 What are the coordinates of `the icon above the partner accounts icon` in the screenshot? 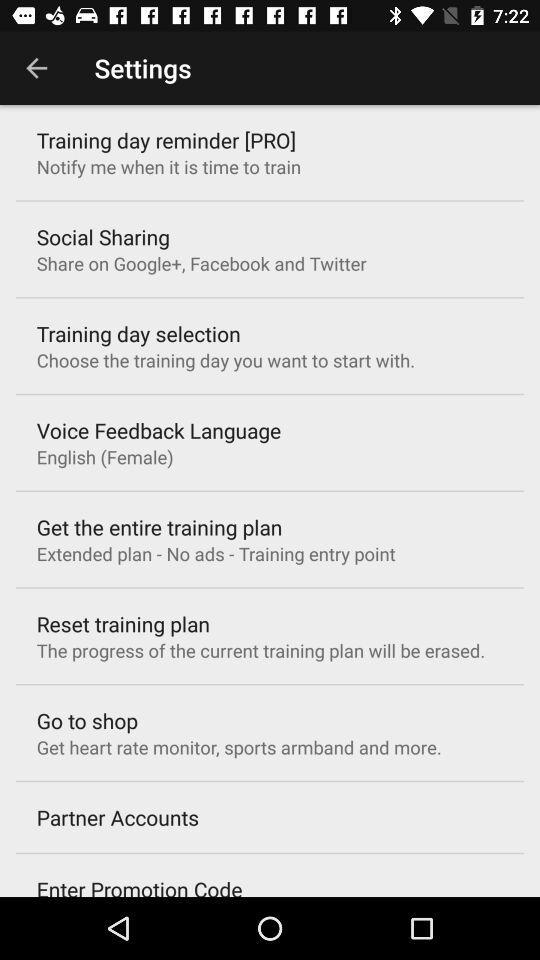 It's located at (239, 746).